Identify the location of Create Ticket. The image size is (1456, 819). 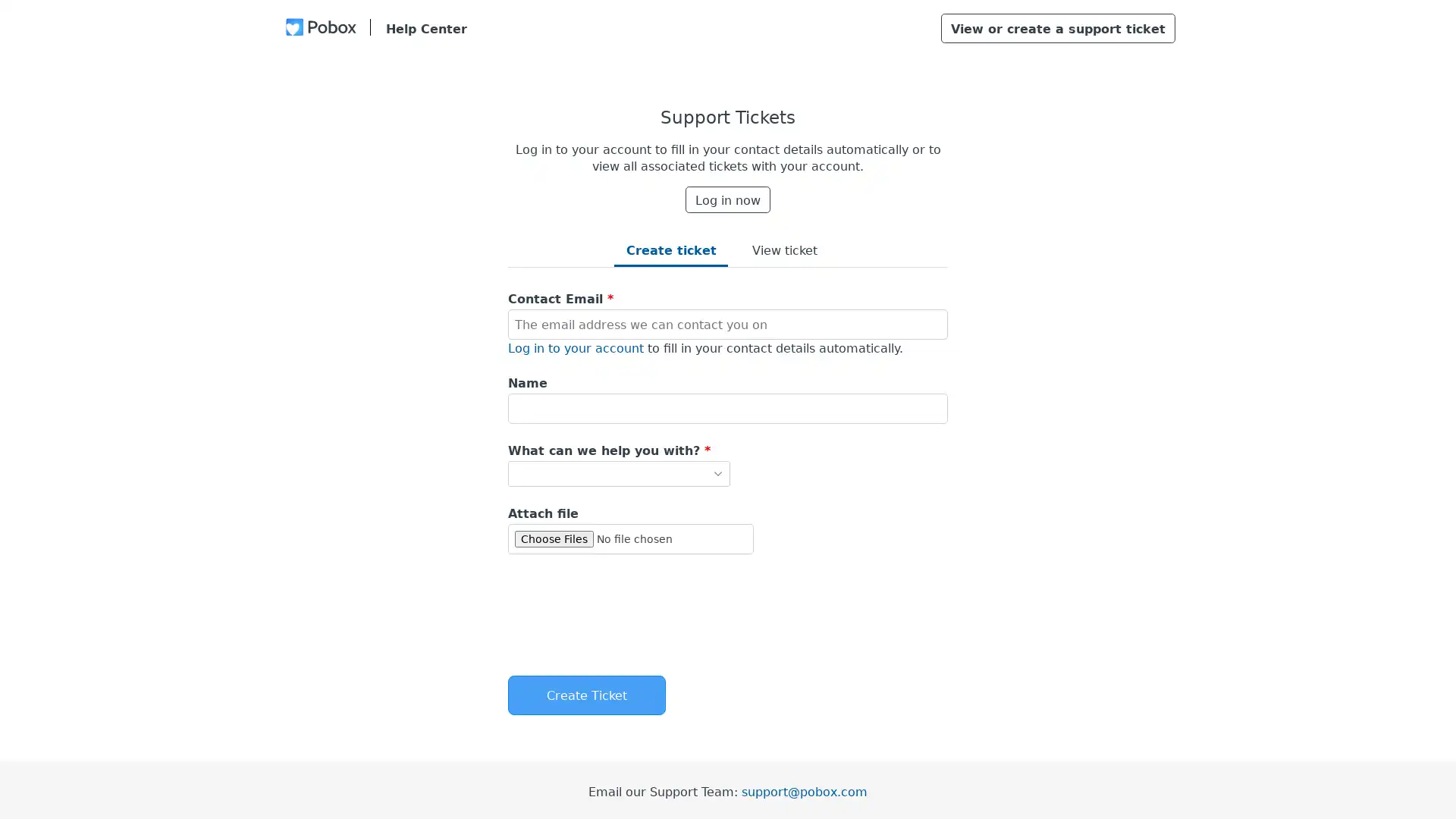
(585, 695).